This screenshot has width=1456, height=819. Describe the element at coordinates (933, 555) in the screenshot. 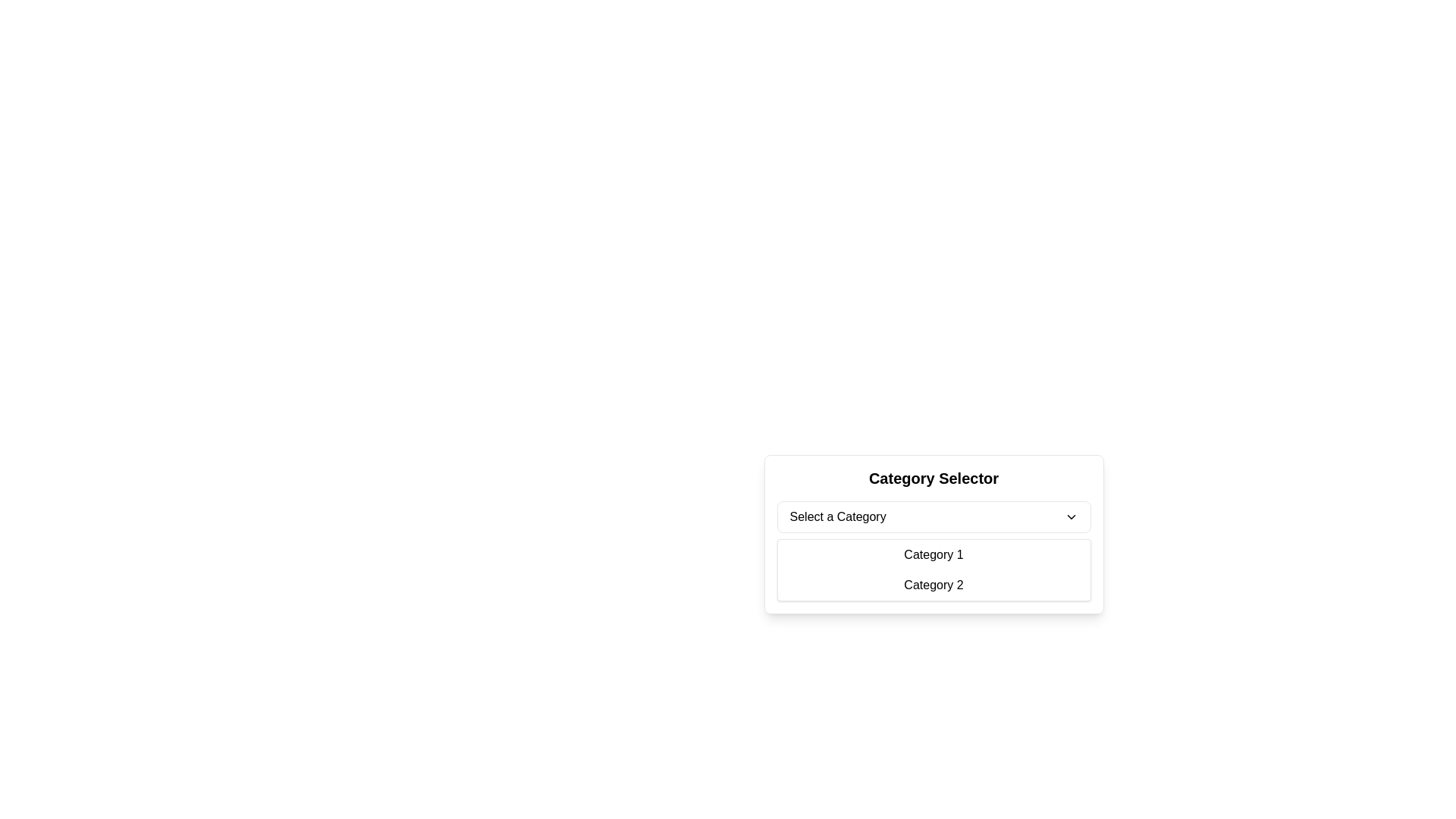

I see `the first selectable item in the dropdown menu` at that location.